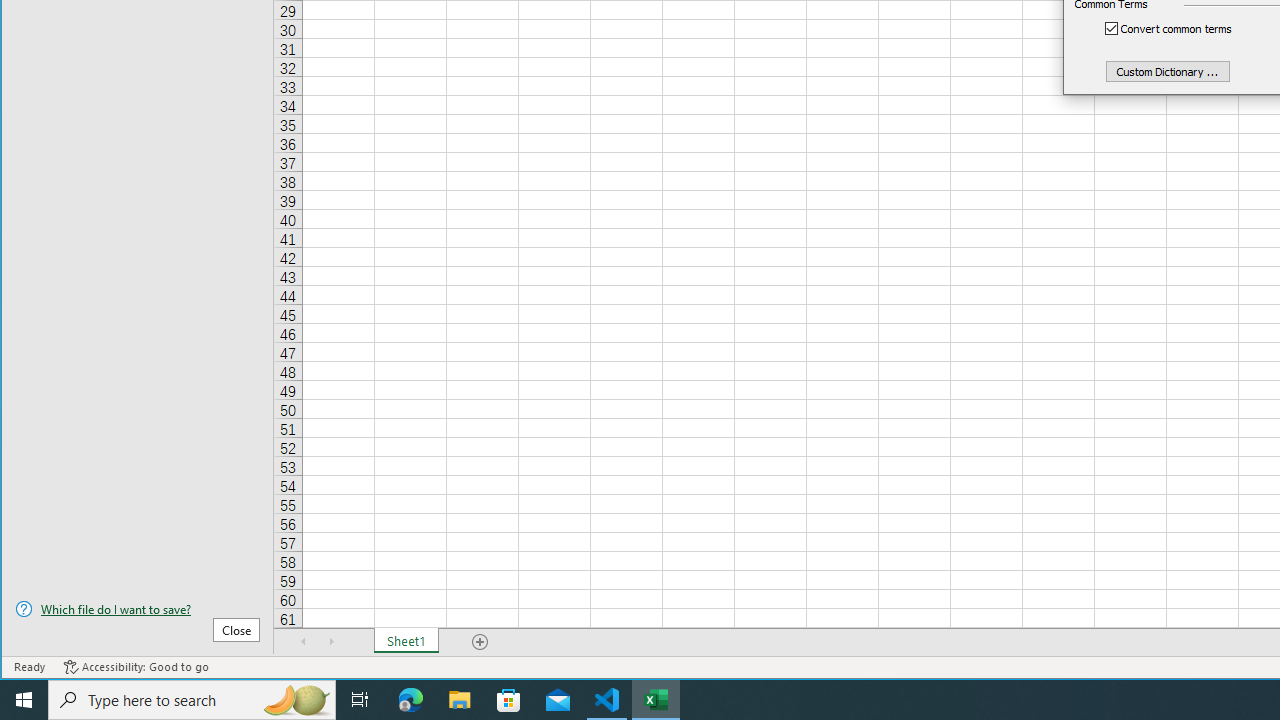  I want to click on 'File Explorer', so click(459, 698).